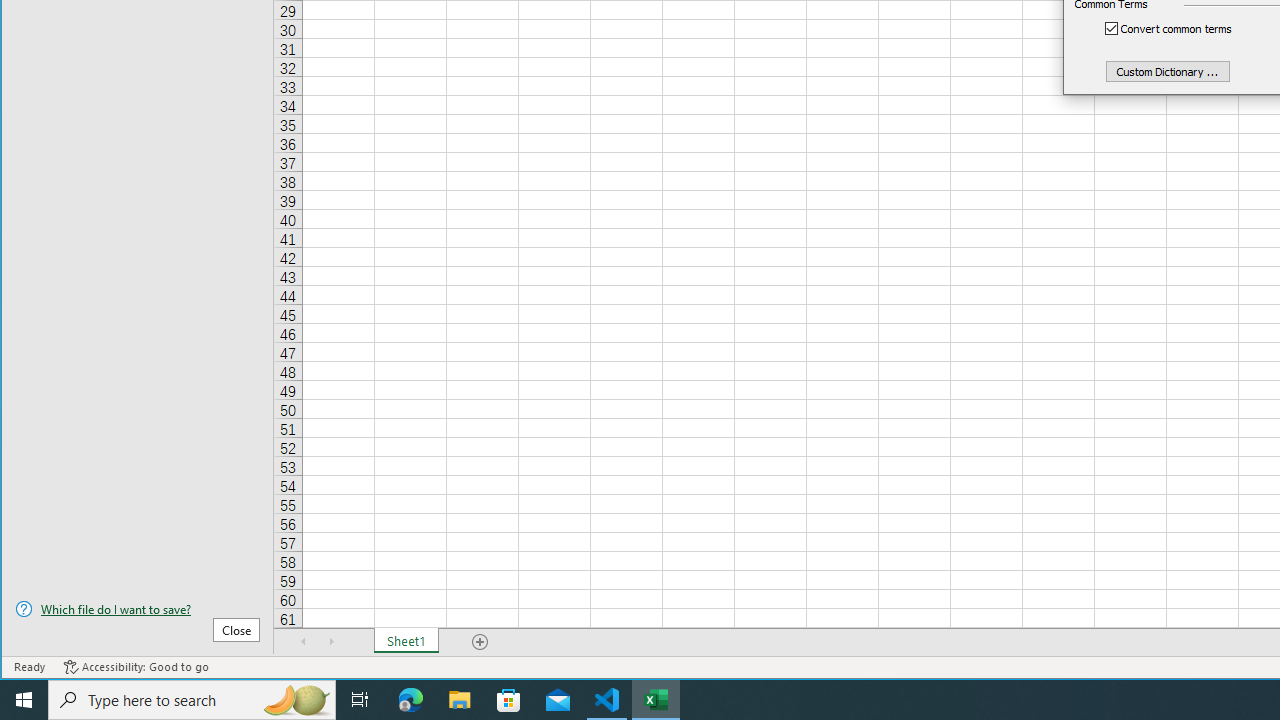  I want to click on 'File Explorer', so click(459, 698).